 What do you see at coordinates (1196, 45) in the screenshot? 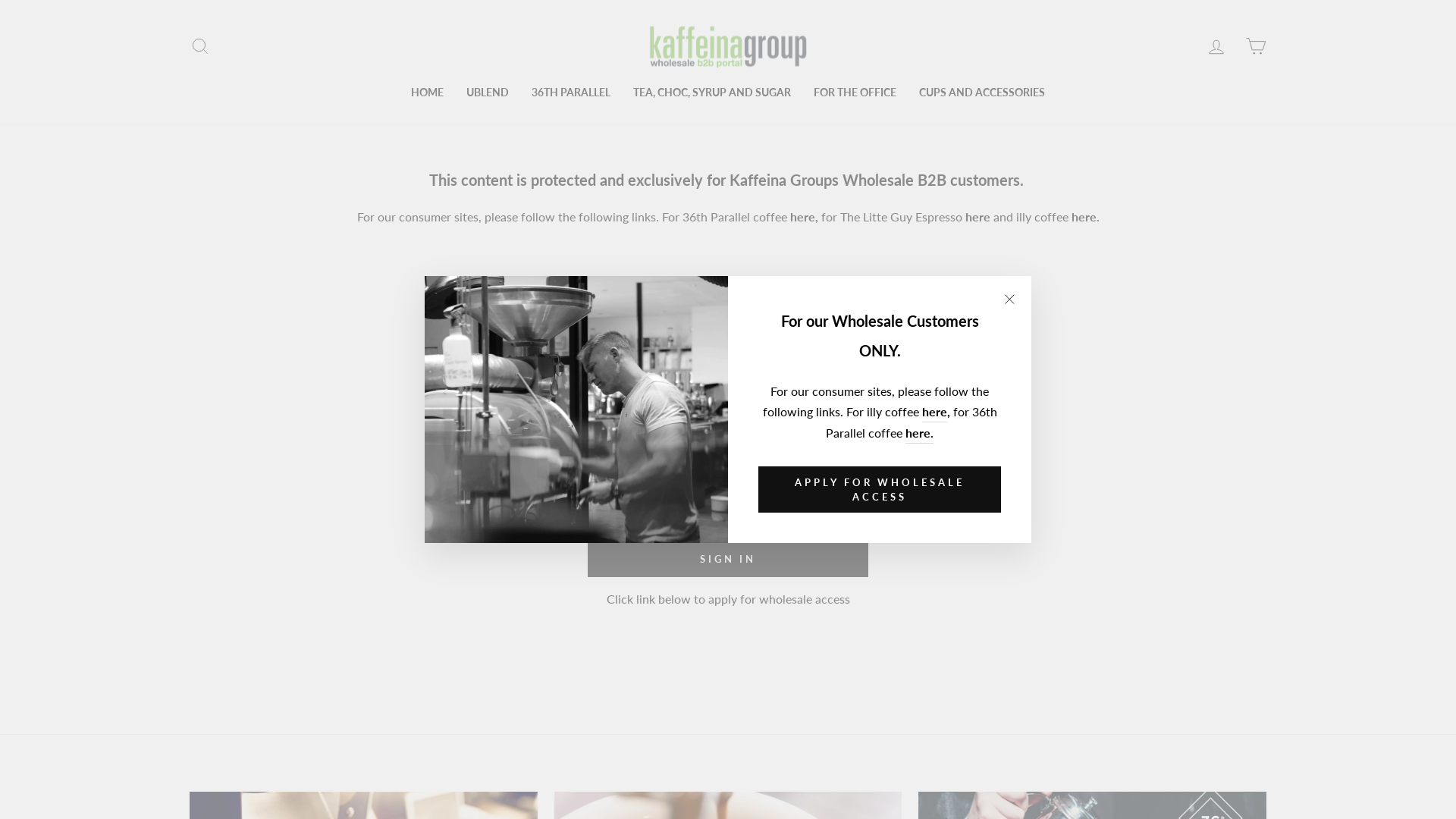
I see `'LOG IN'` at bounding box center [1196, 45].